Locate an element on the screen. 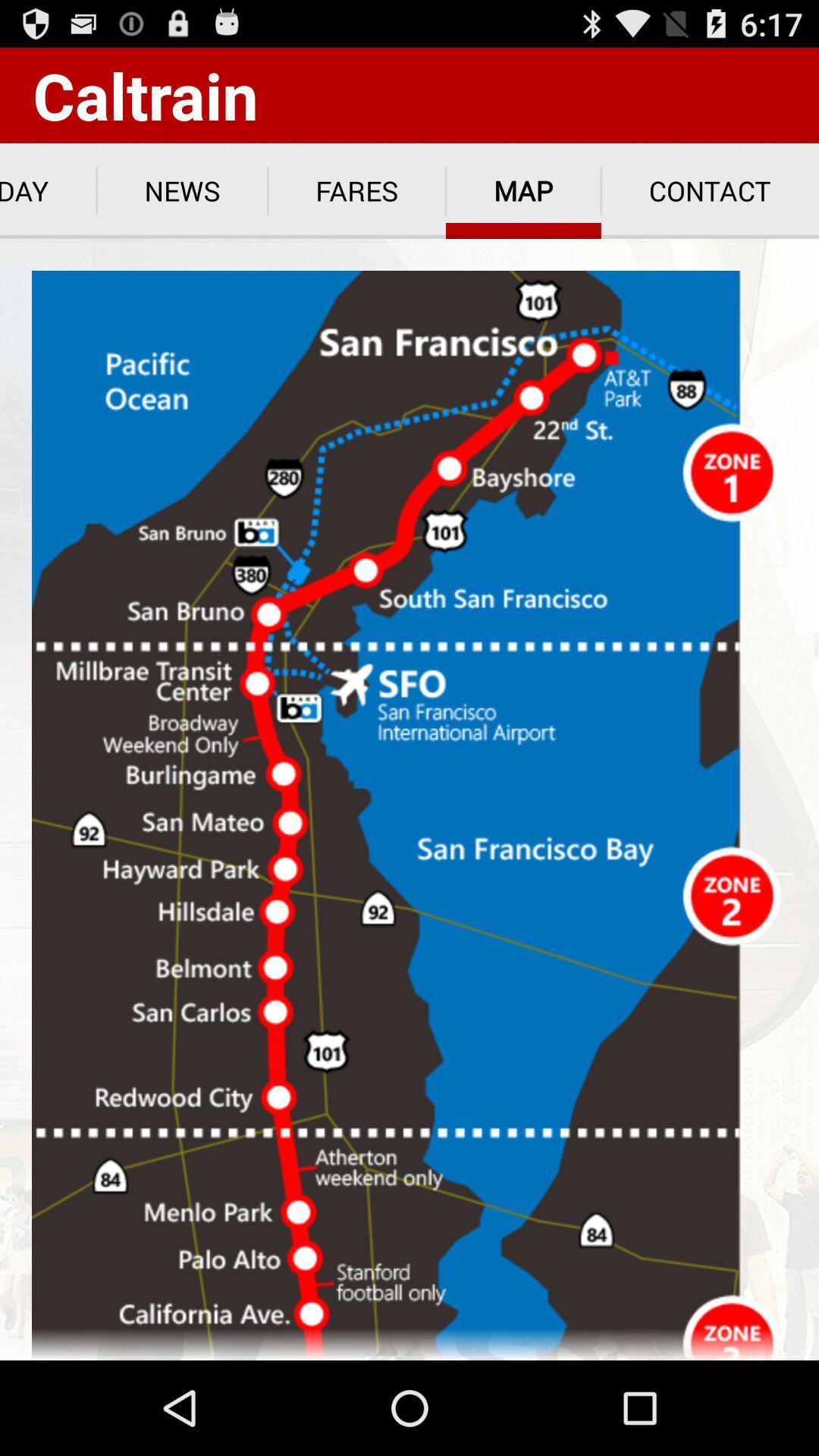 The height and width of the screenshot is (1456, 819). app below caltrain icon is located at coordinates (181, 190).